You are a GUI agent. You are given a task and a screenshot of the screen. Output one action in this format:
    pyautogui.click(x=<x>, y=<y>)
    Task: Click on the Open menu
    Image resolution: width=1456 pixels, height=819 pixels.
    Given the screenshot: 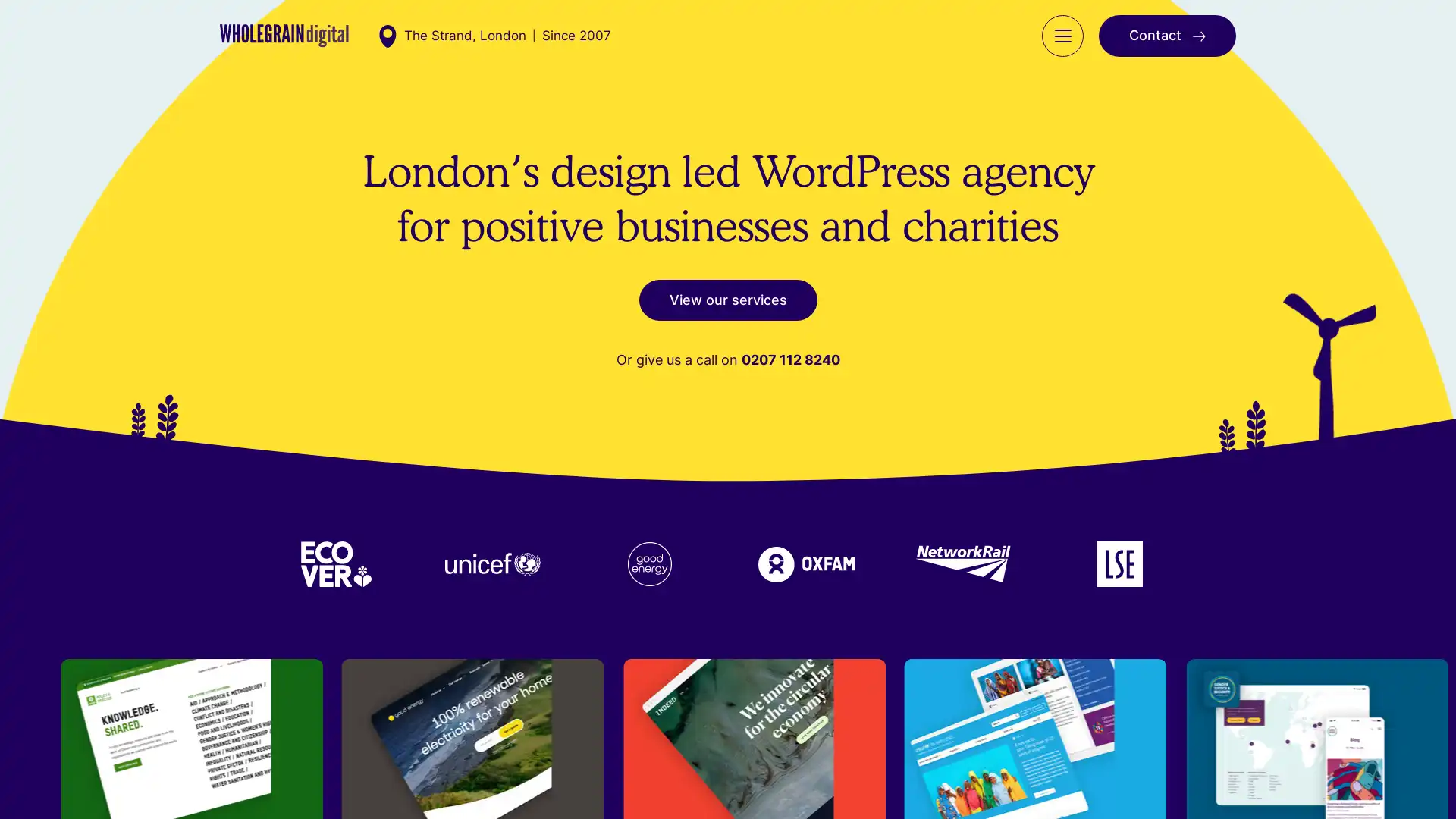 What is the action you would take?
    pyautogui.click(x=1062, y=50)
    